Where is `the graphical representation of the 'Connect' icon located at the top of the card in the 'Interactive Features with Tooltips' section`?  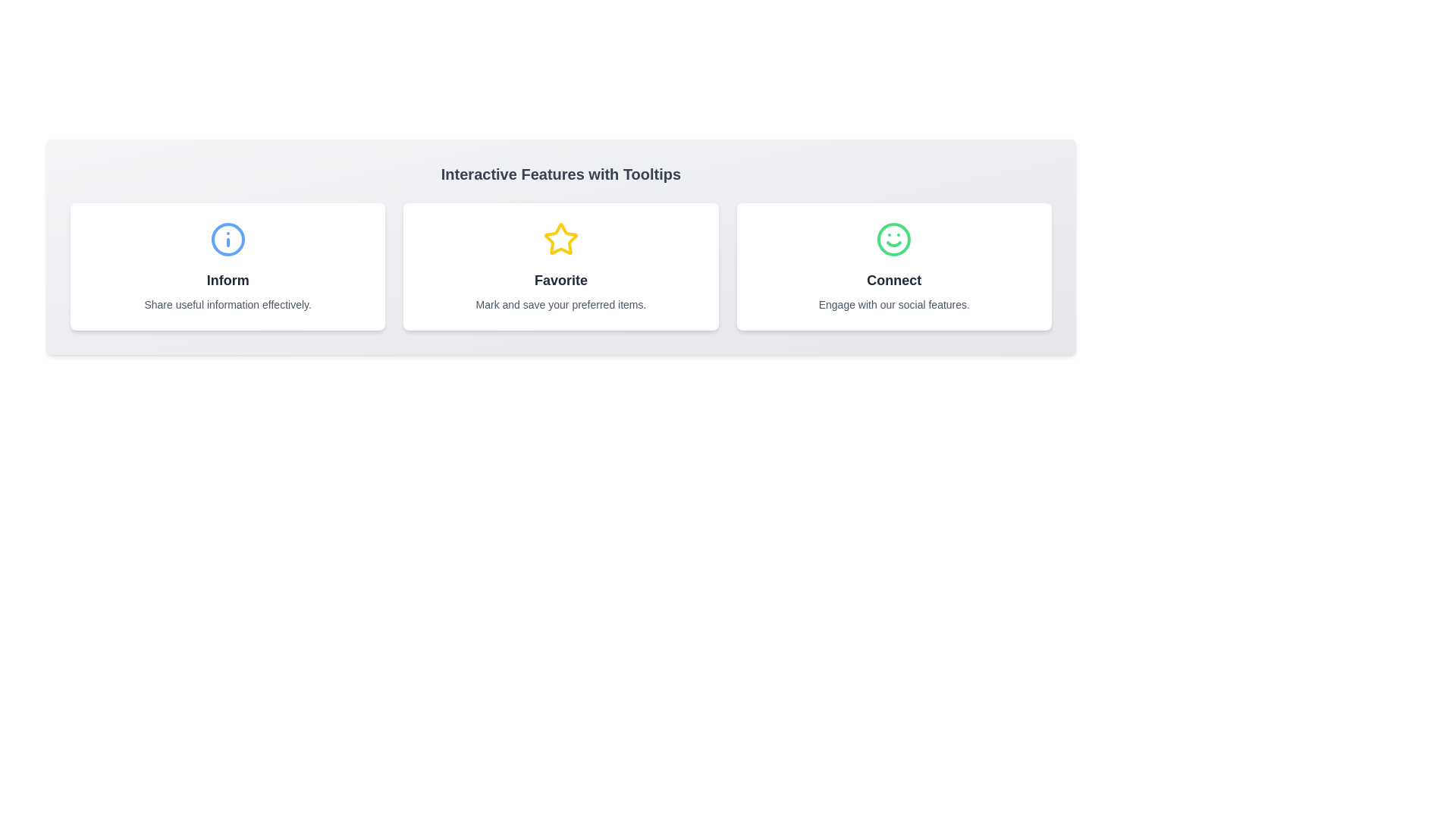 the graphical representation of the 'Connect' icon located at the top of the card in the 'Interactive Features with Tooltips' section is located at coordinates (894, 239).